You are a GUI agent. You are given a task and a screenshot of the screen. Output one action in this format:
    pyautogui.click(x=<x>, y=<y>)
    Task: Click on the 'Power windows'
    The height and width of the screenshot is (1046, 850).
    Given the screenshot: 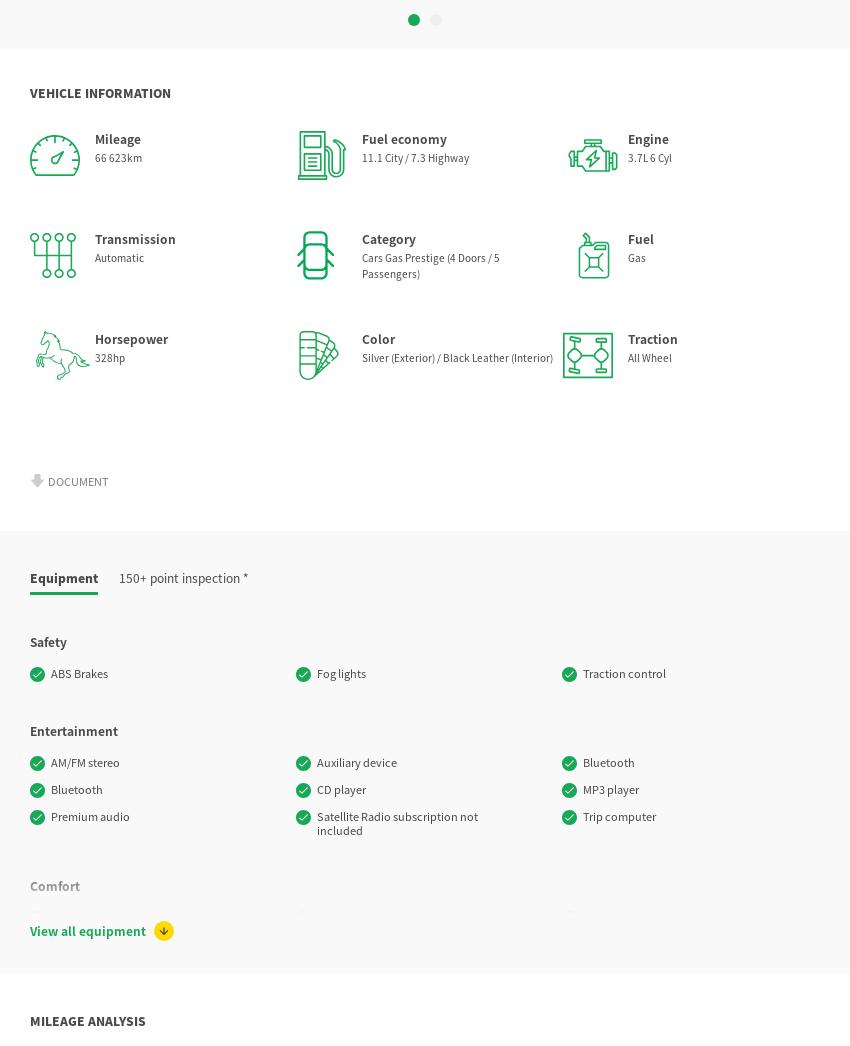 What is the action you would take?
    pyautogui.click(x=90, y=645)
    